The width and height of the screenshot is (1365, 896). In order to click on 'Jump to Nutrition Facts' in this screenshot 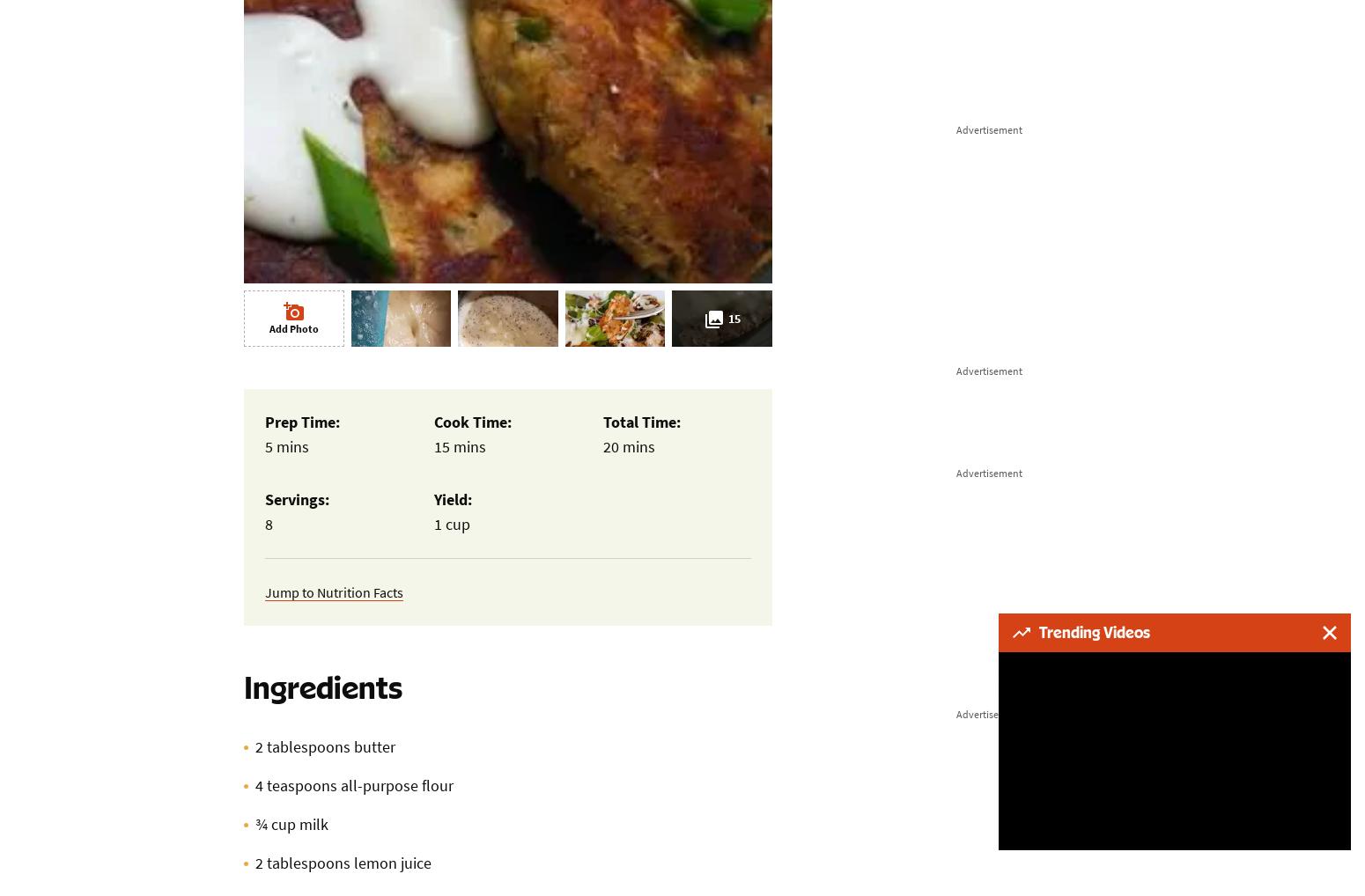, I will do `click(333, 591)`.